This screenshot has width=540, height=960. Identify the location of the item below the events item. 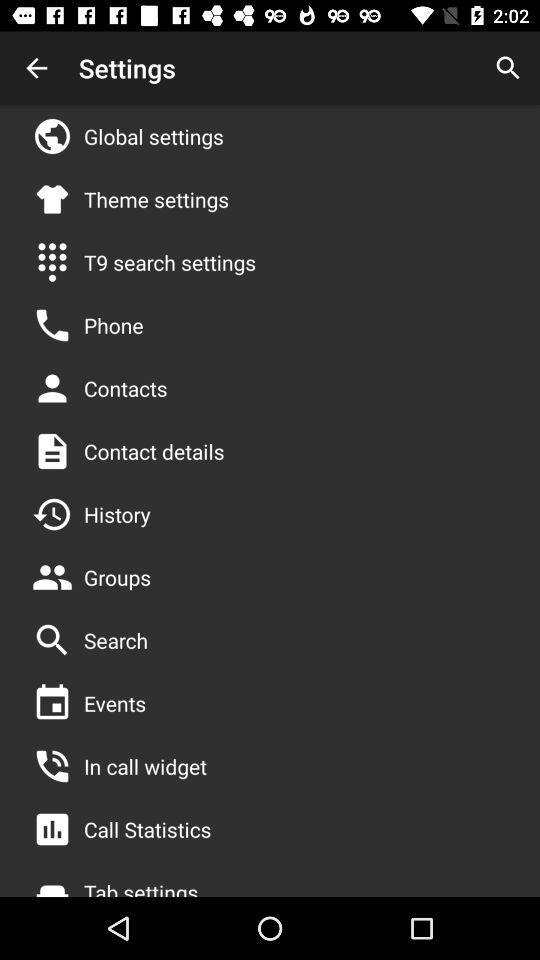
(144, 765).